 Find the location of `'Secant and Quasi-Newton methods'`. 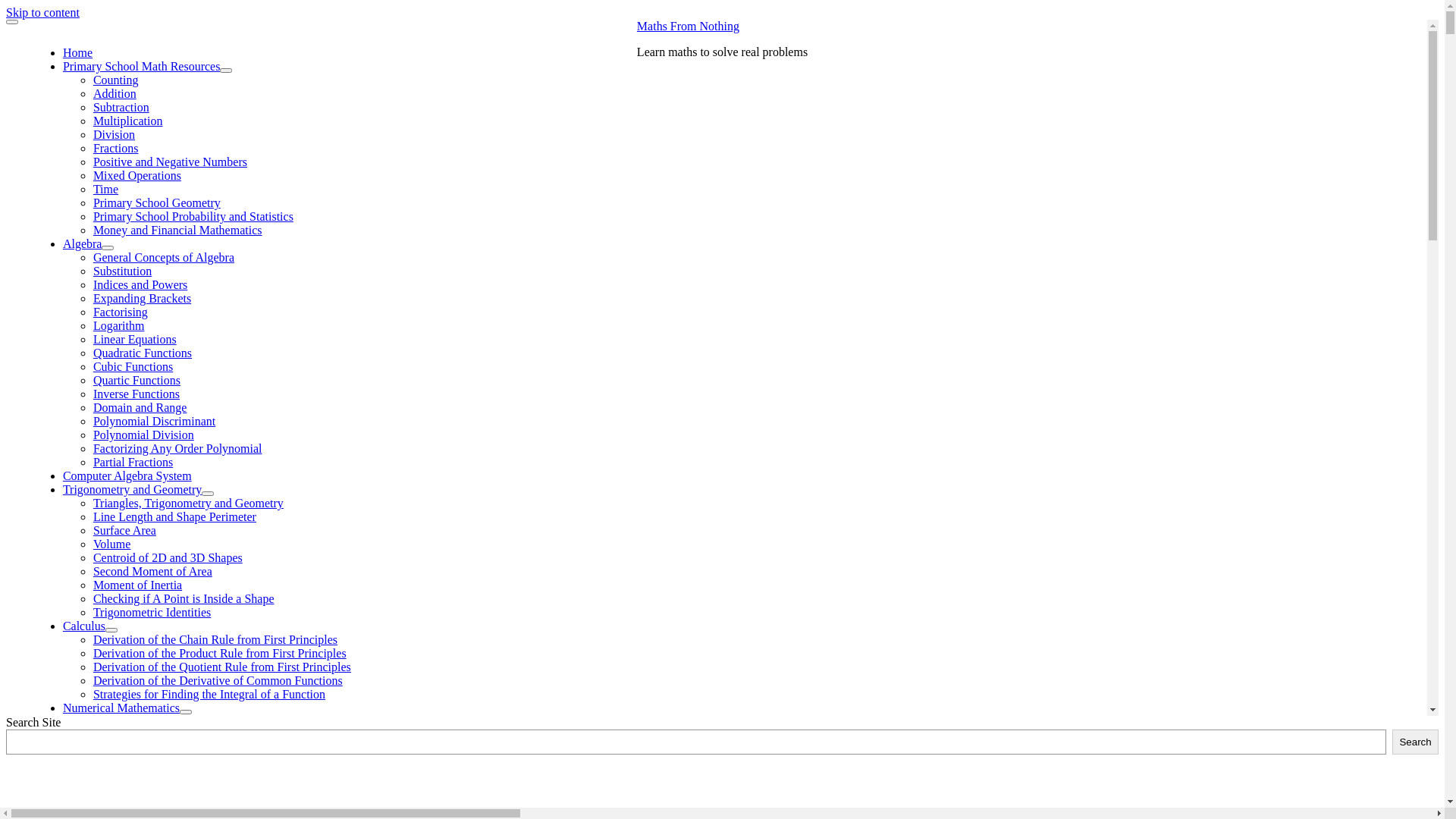

'Secant and Quasi-Newton methods' is located at coordinates (208, 748).